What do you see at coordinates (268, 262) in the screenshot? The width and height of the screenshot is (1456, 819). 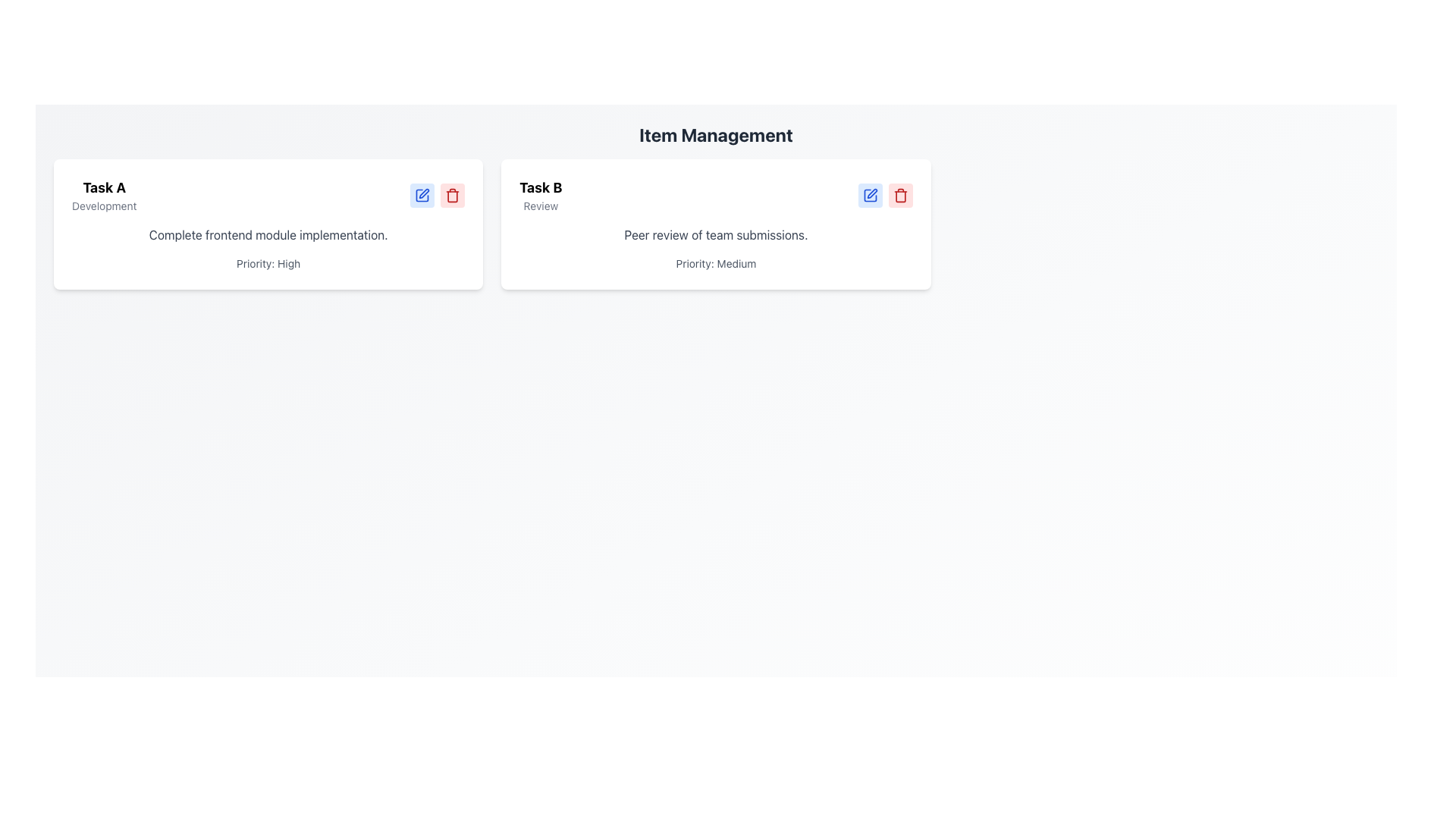 I see `the static text label displaying the priority level 'High' located below the task description in the card titled 'Task A'` at bounding box center [268, 262].